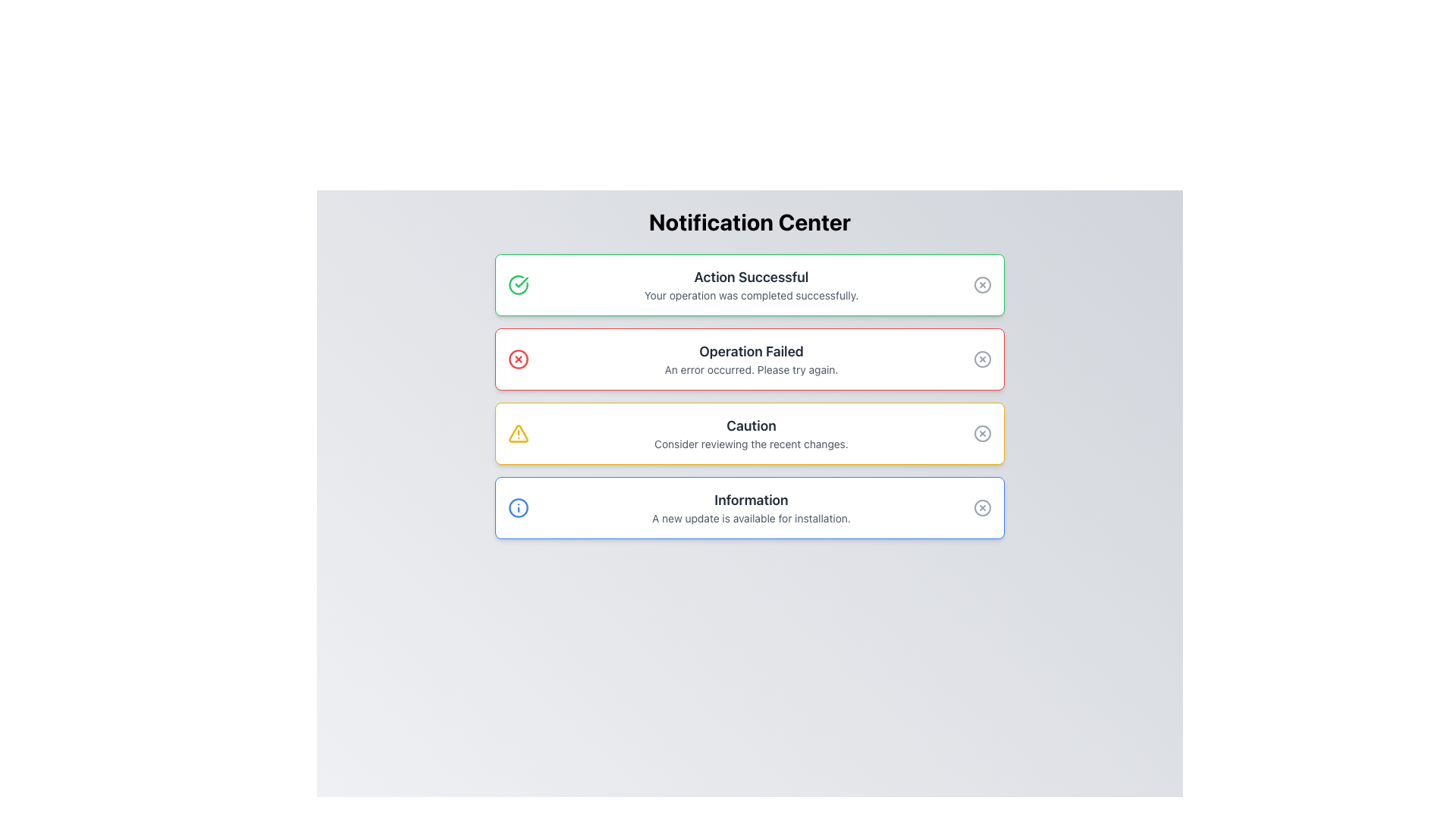  What do you see at coordinates (751, 351) in the screenshot?
I see `the 'Operation Failed' text label that is part of the notification box conveying an error message, positioned second from the top among four vertically arranged notification boxes` at bounding box center [751, 351].